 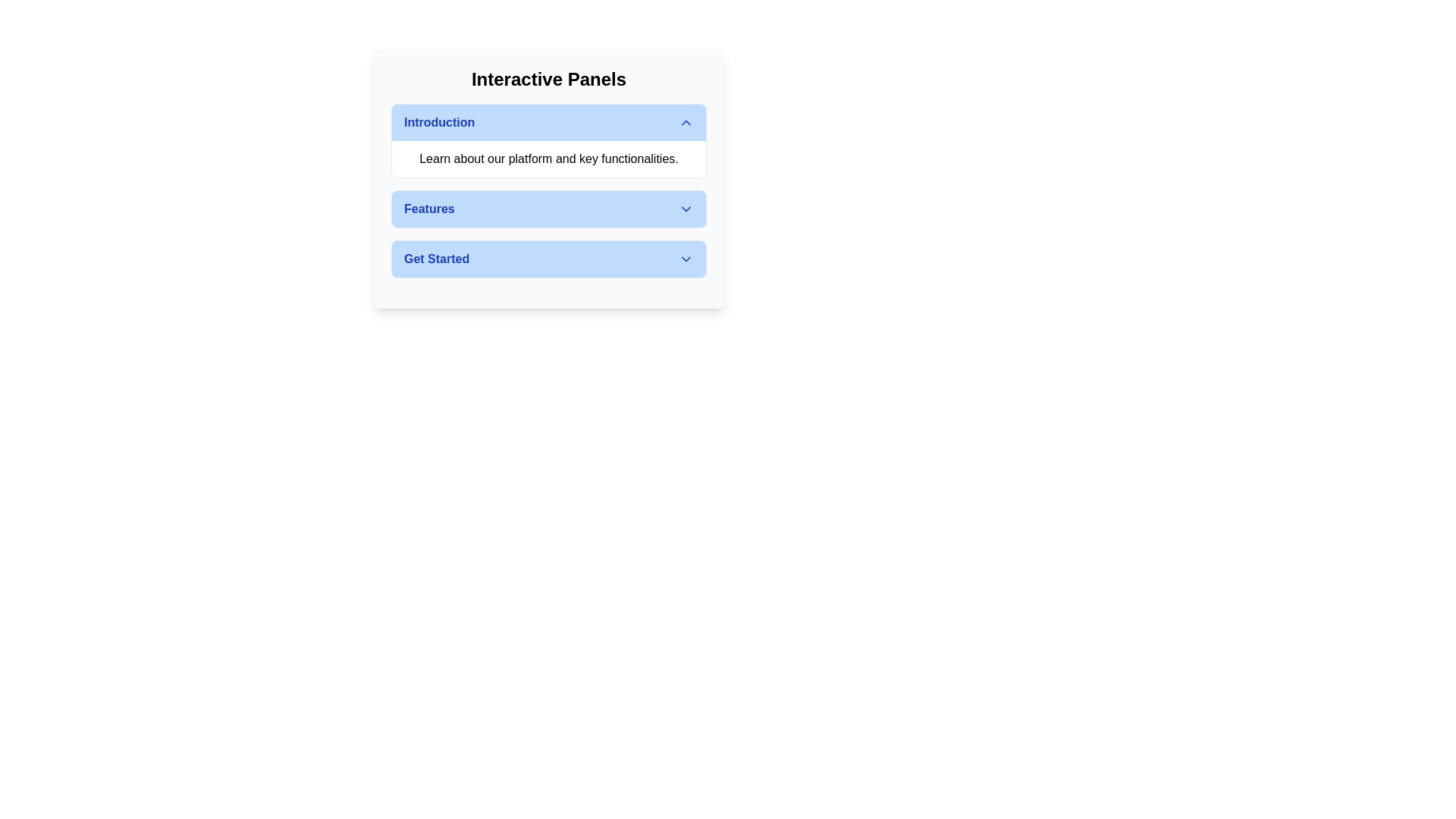 I want to click on the first collapsible panel located underneath the 'Interactive Panels' title, so click(x=548, y=140).